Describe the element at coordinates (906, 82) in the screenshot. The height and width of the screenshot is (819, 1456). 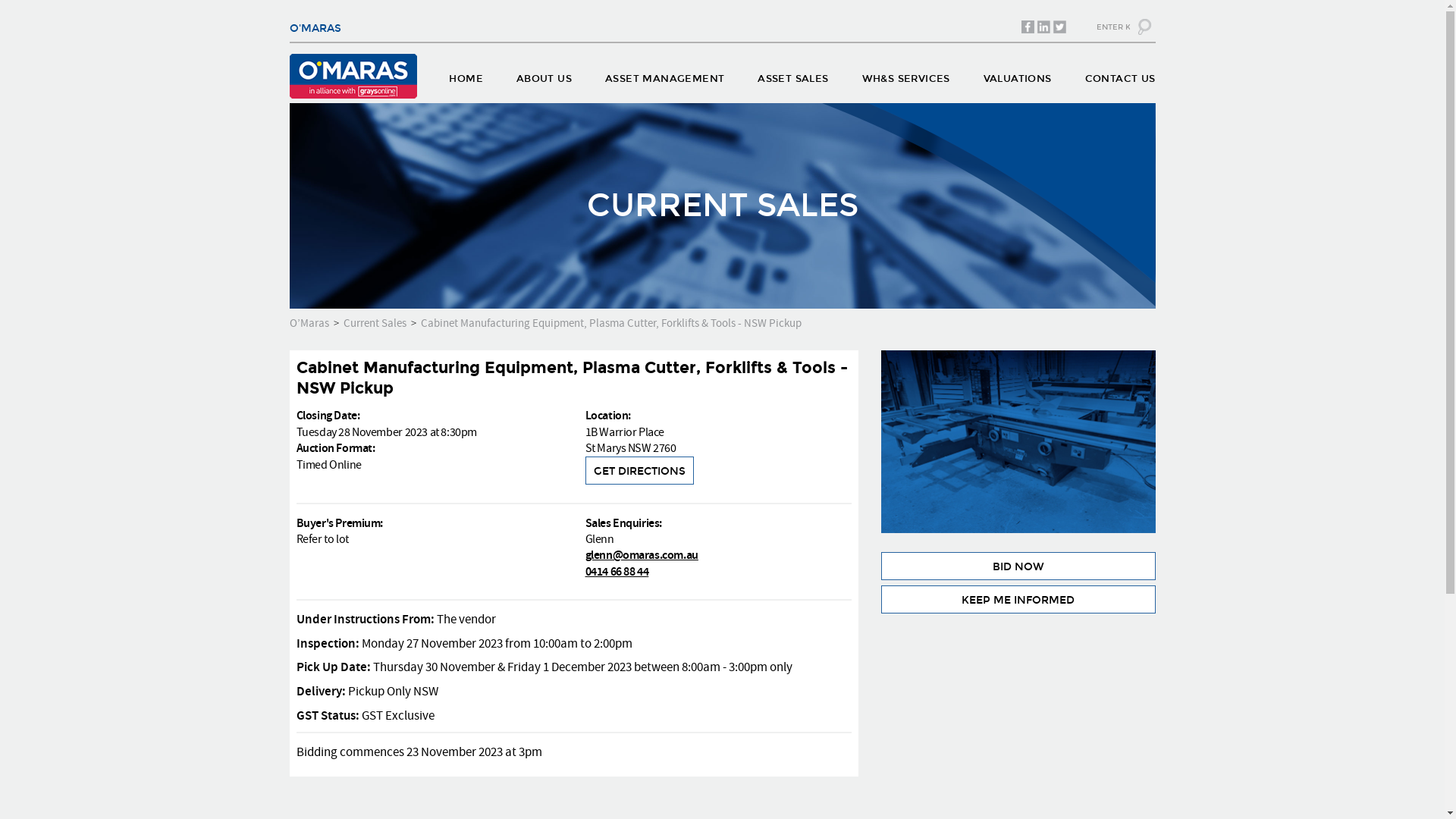
I see `'WH&S SERVICES'` at that location.